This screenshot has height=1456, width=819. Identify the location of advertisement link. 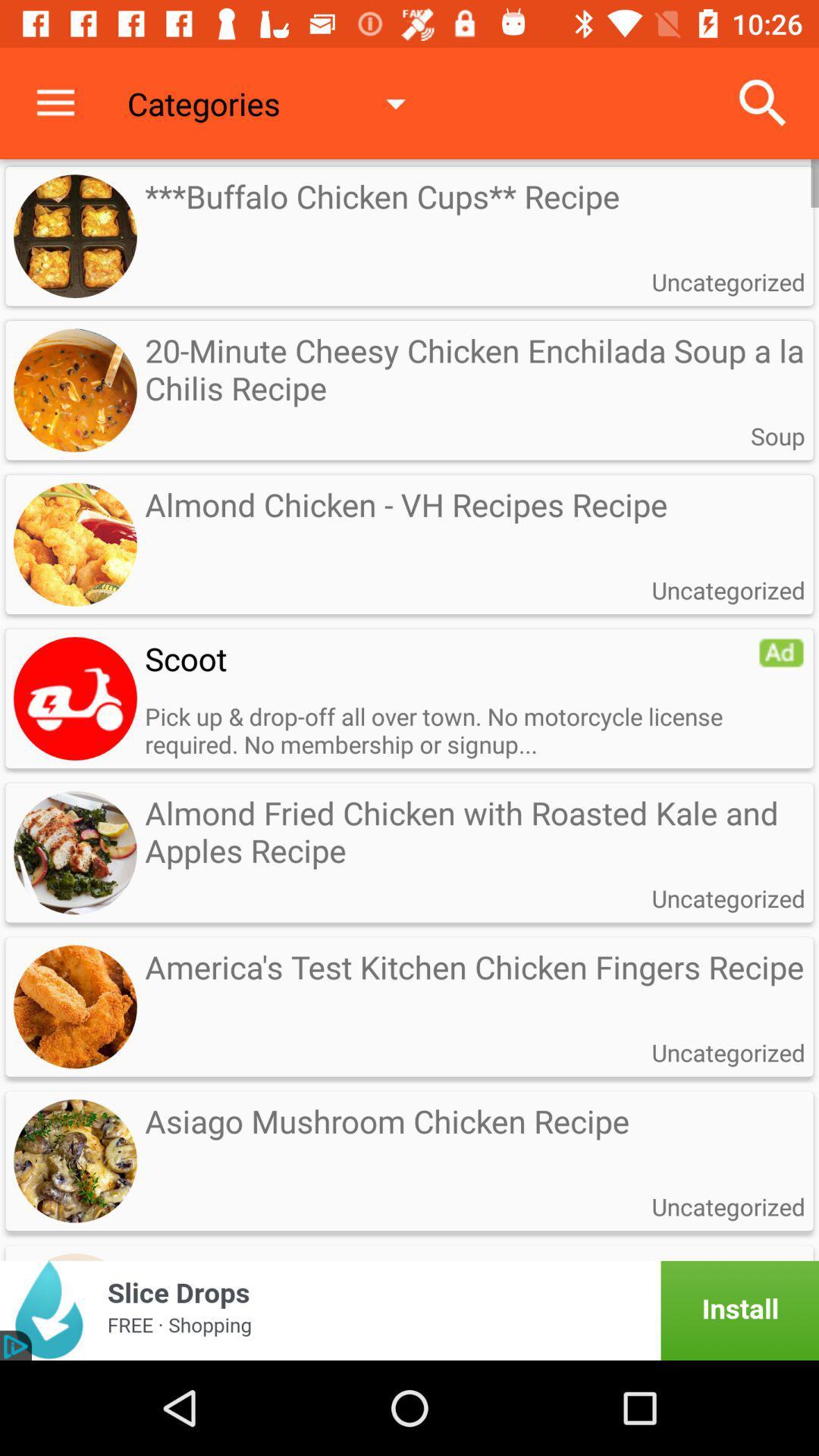
(409, 1310).